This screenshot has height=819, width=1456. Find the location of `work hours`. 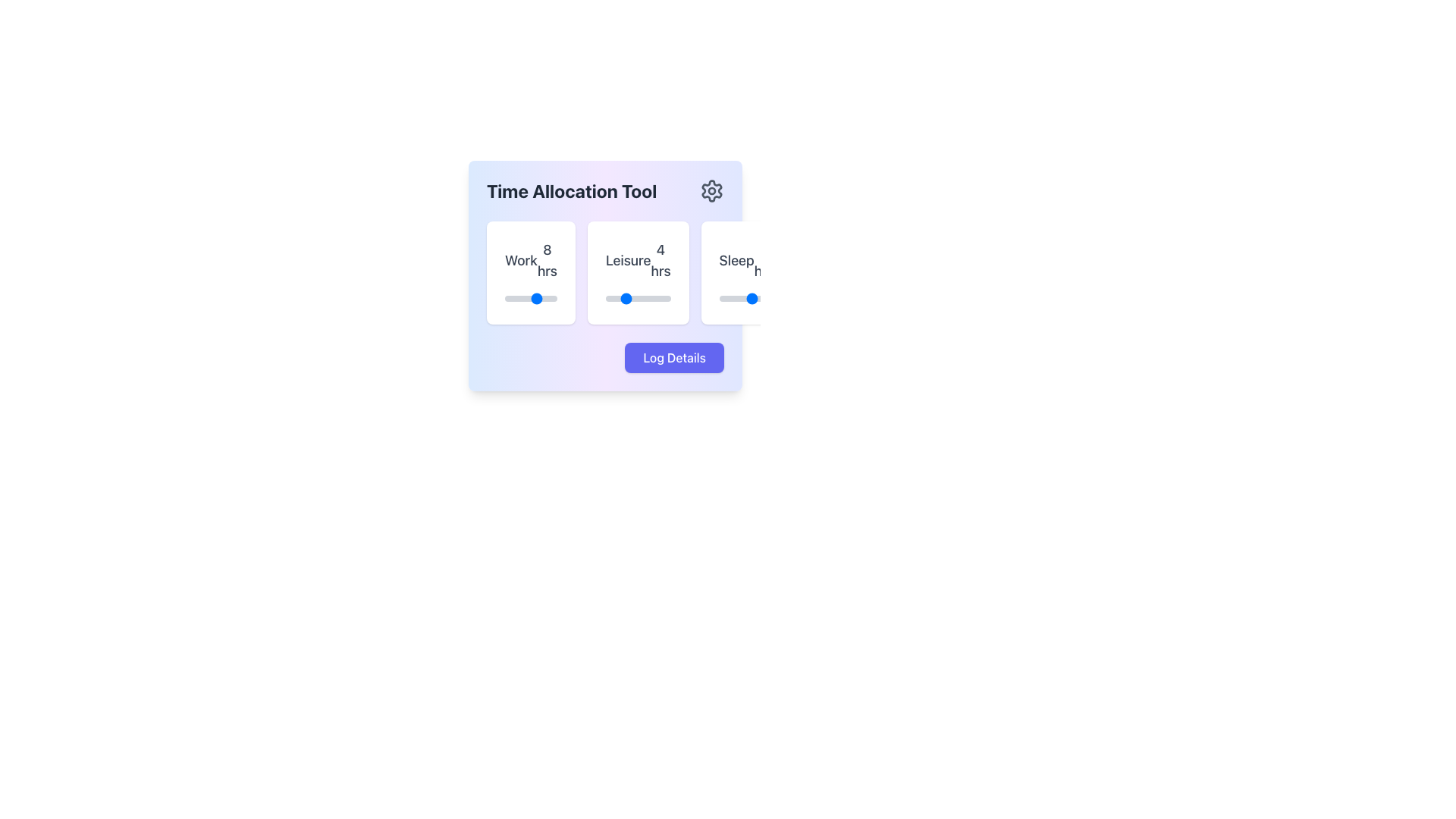

work hours is located at coordinates (547, 298).